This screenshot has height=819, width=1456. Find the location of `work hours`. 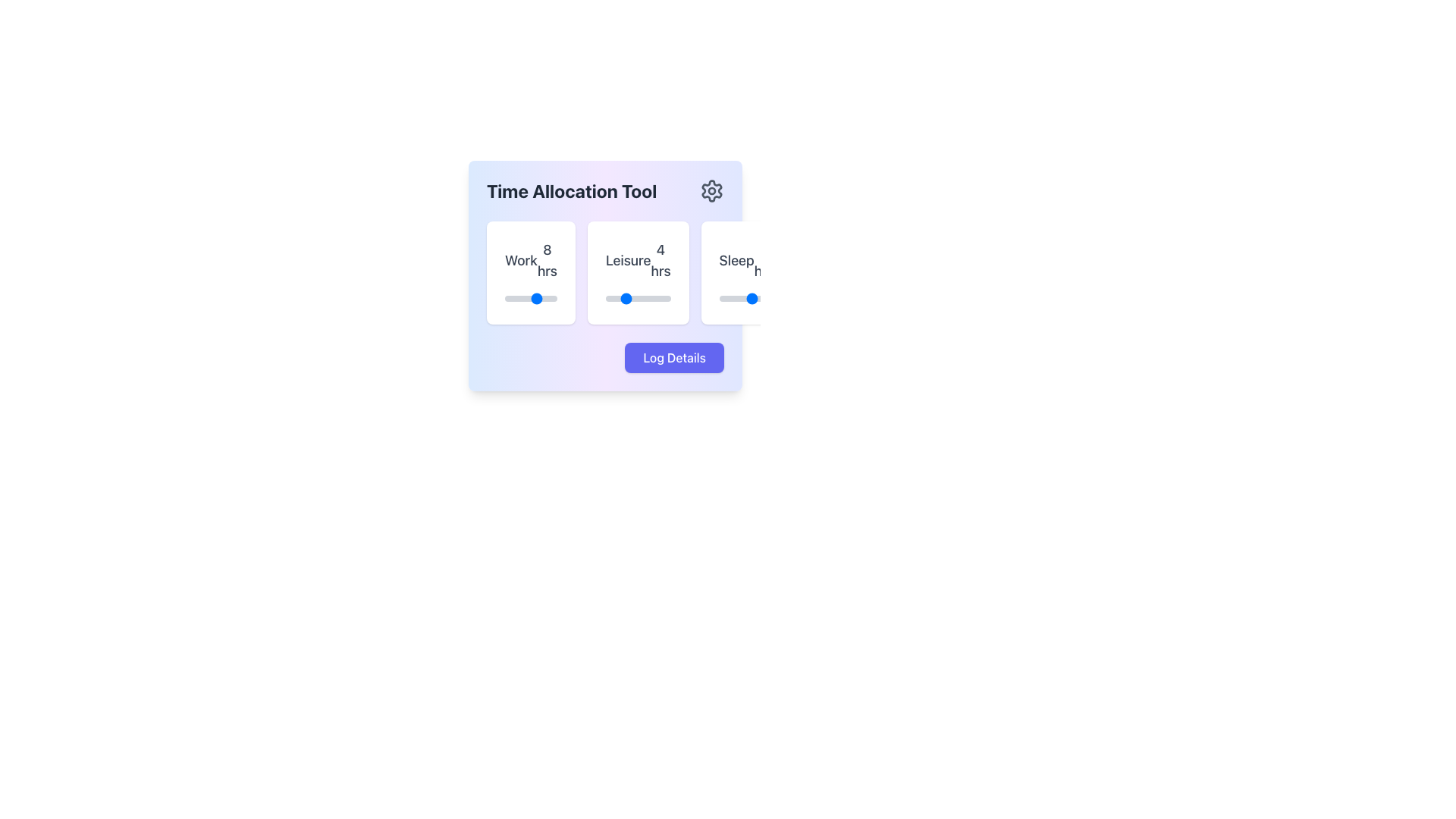

work hours is located at coordinates (547, 298).